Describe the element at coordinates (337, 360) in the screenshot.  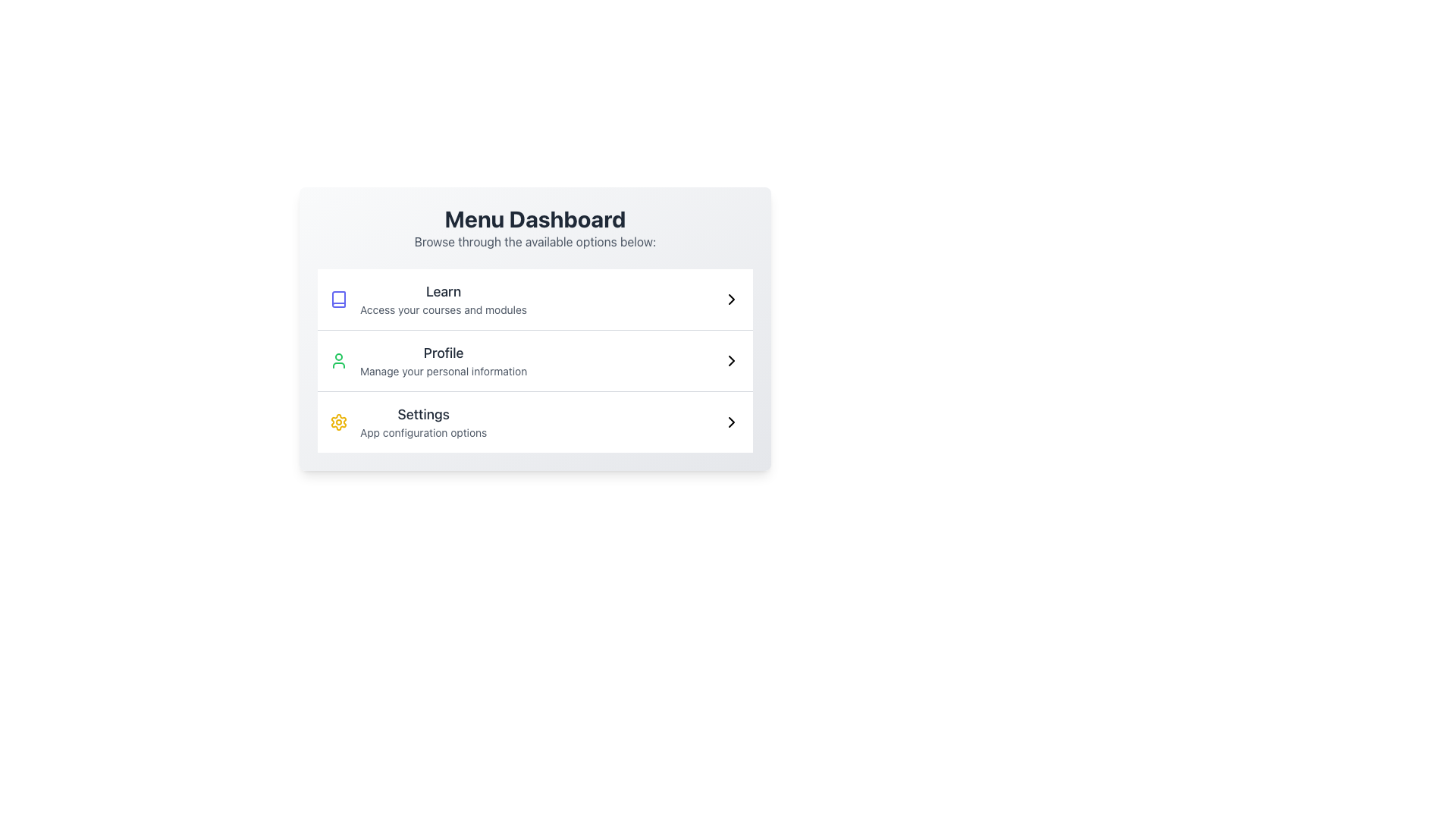
I see `the 'Profile' icon located to the left of the text 'Profile' in the menu dashboard` at that location.